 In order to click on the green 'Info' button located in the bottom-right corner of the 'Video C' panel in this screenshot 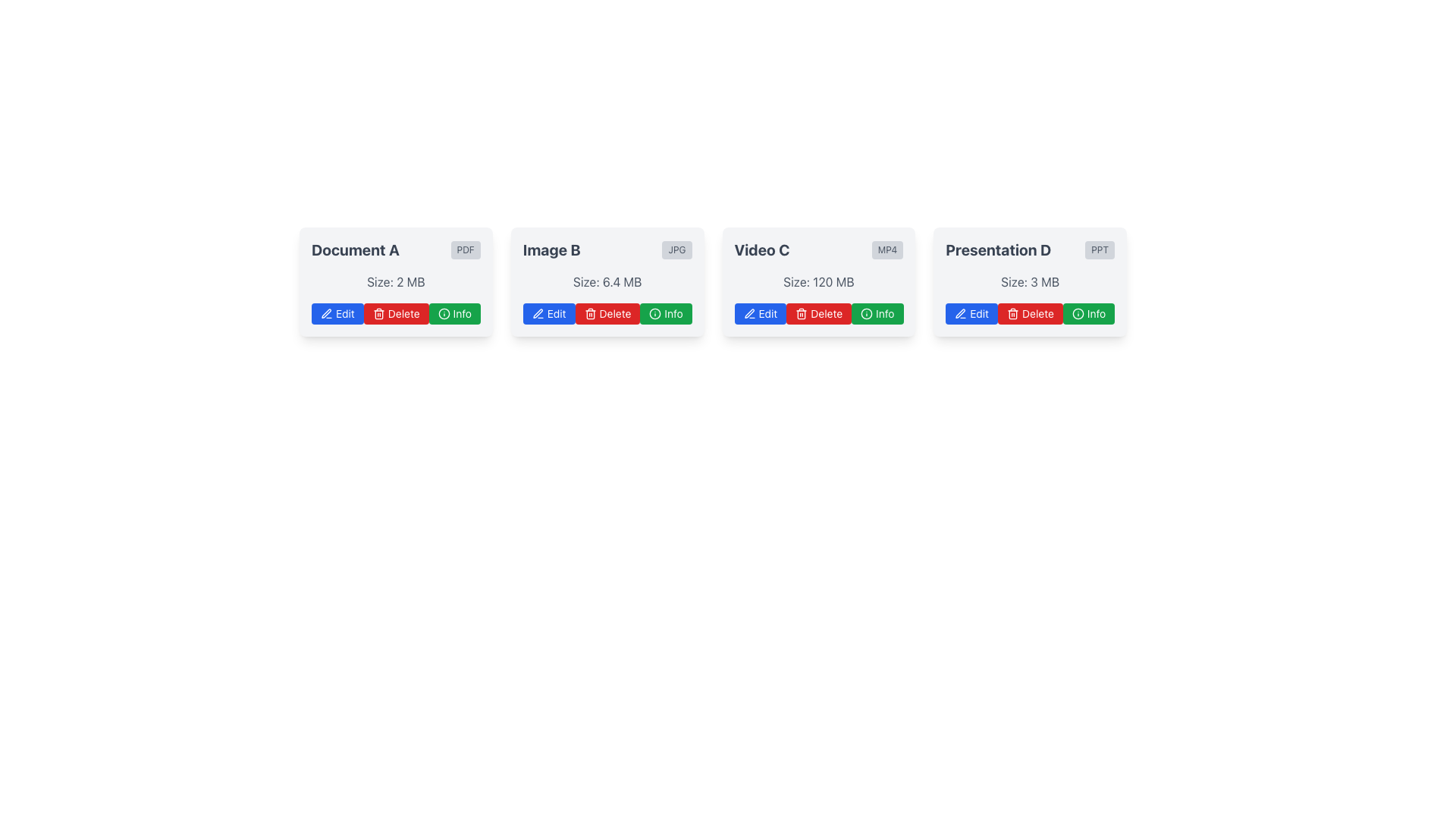, I will do `click(877, 312)`.